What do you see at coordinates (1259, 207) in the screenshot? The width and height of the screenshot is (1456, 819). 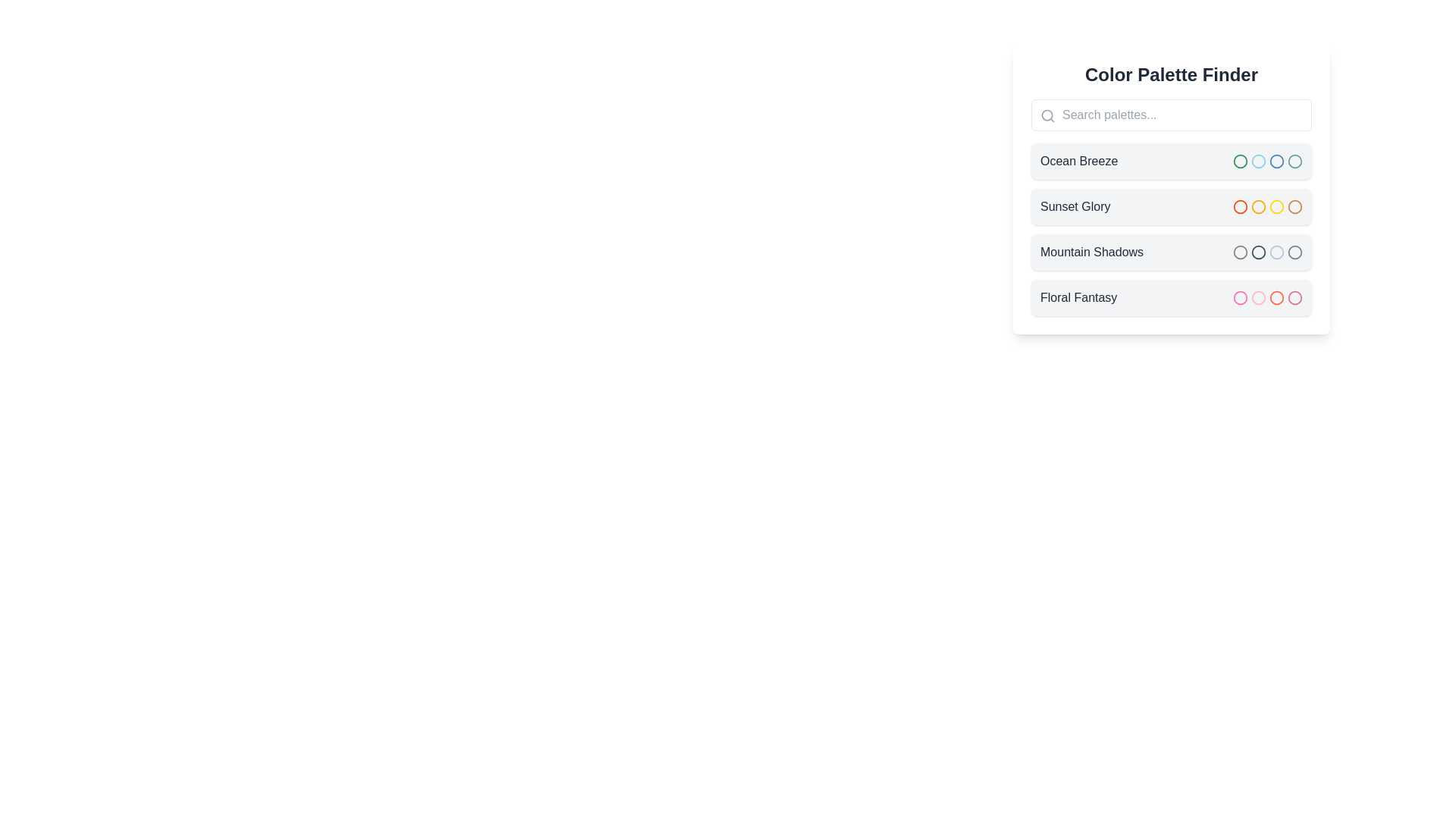 I see `the circular icon with an orange border and transparent center, which is the second icon` at bounding box center [1259, 207].